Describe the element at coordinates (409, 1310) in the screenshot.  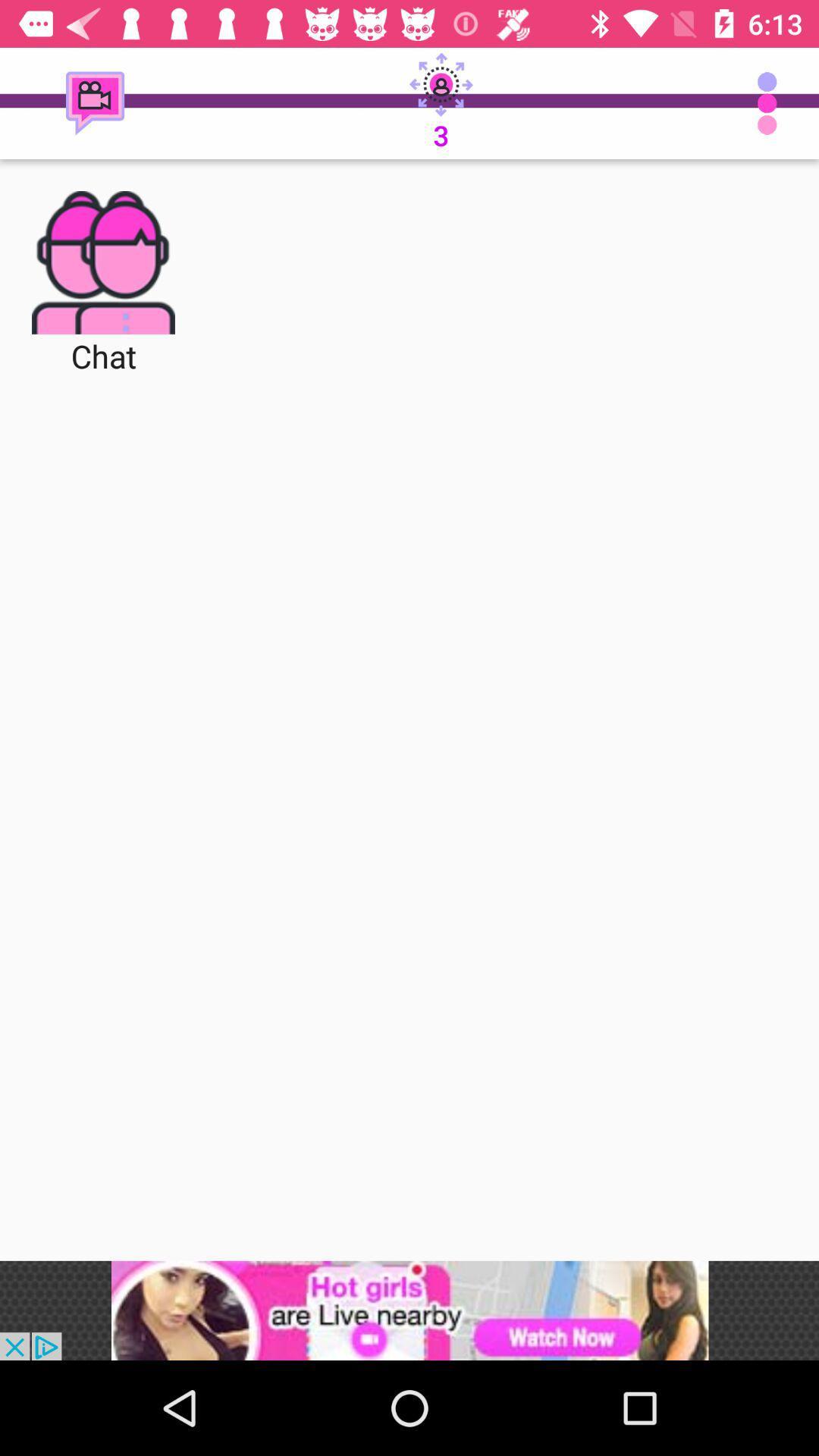
I see `opens an advertisement` at that location.